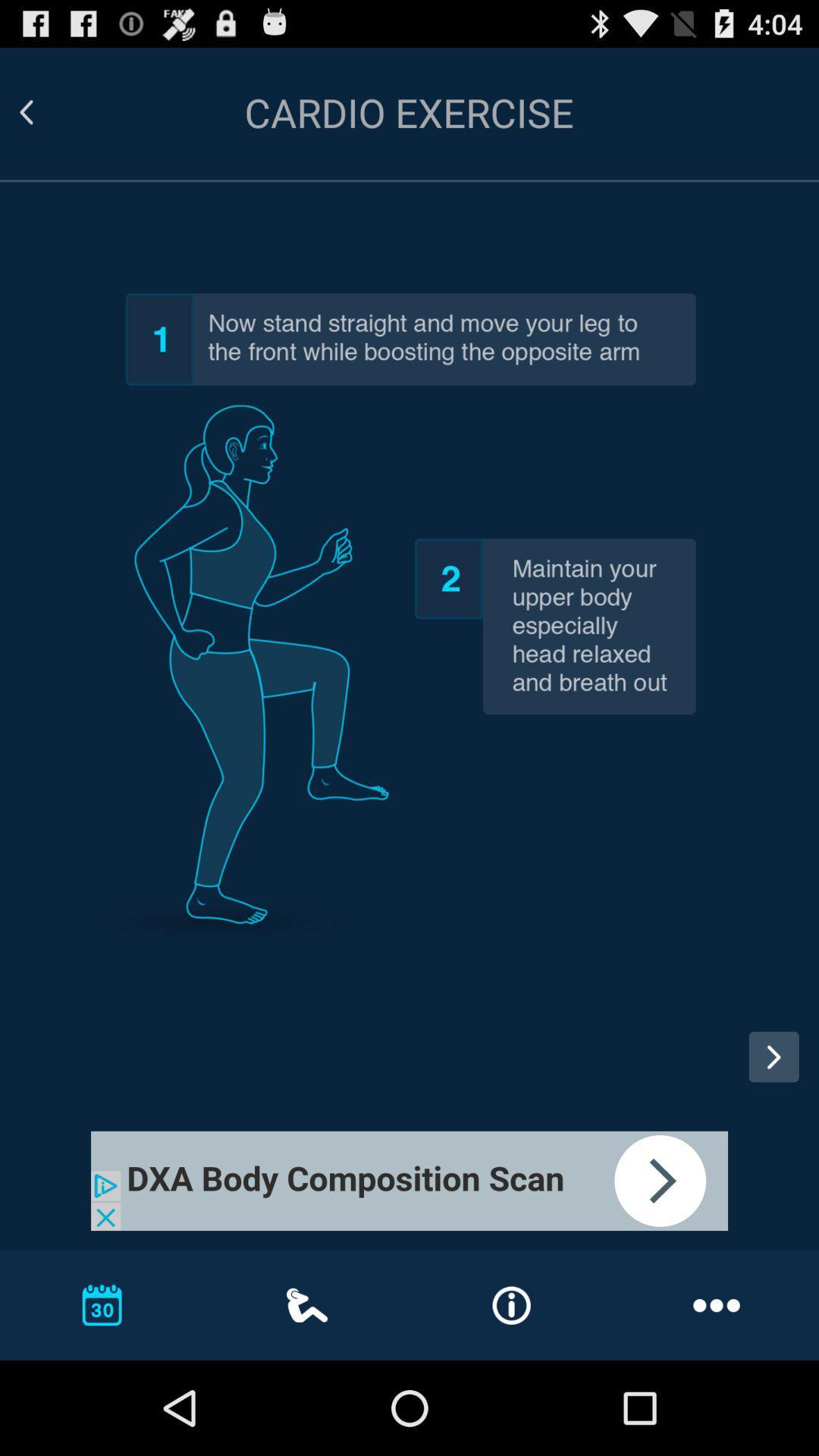 Image resolution: width=819 pixels, height=1456 pixels. I want to click on the arrow_backward icon, so click(44, 118).